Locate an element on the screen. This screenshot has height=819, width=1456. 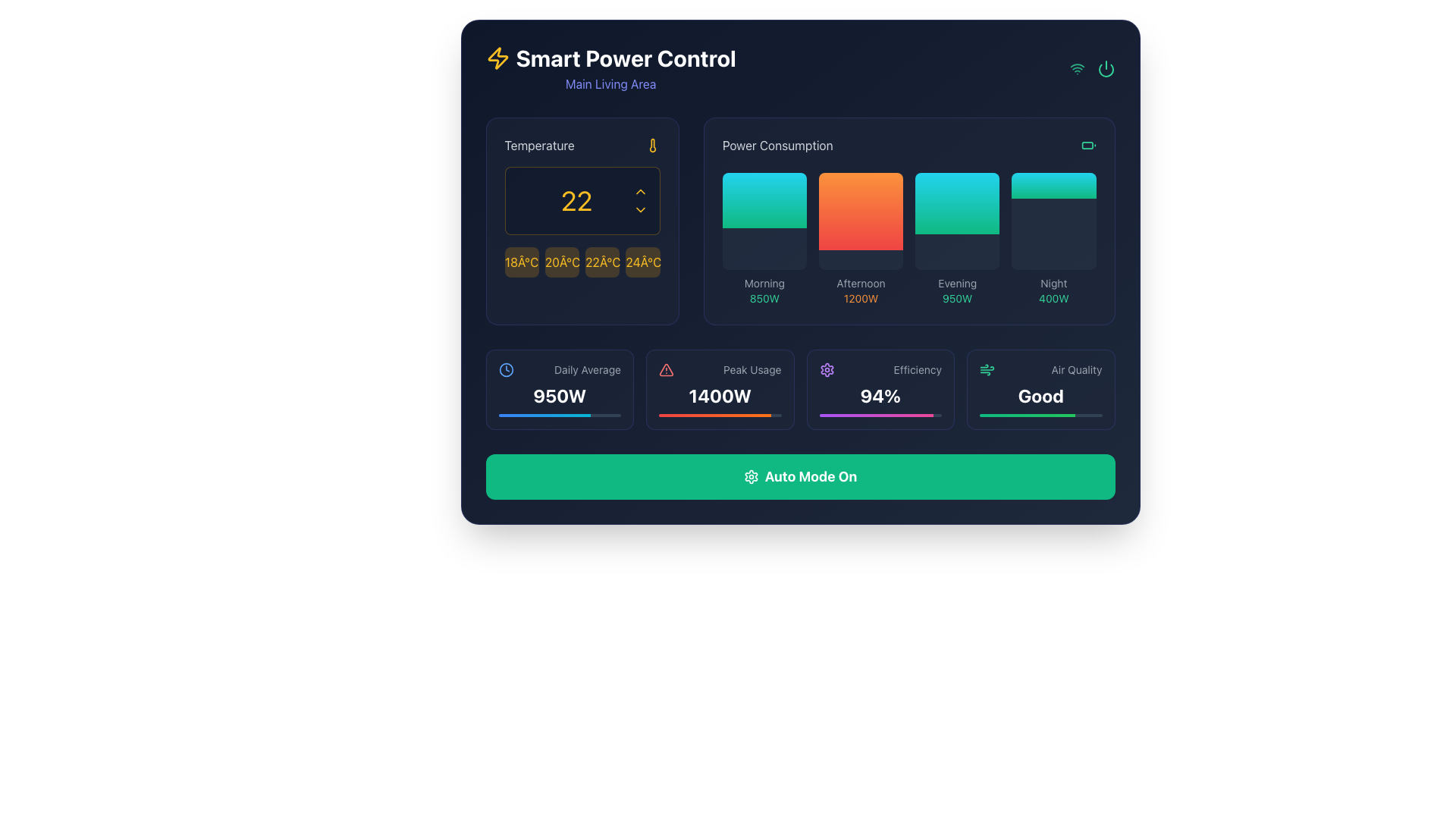
the circular vector graphic that forms the main boundary of the clock icon located in the 'Daily Average' panel at the bottom row of the dashboard is located at coordinates (506, 370).